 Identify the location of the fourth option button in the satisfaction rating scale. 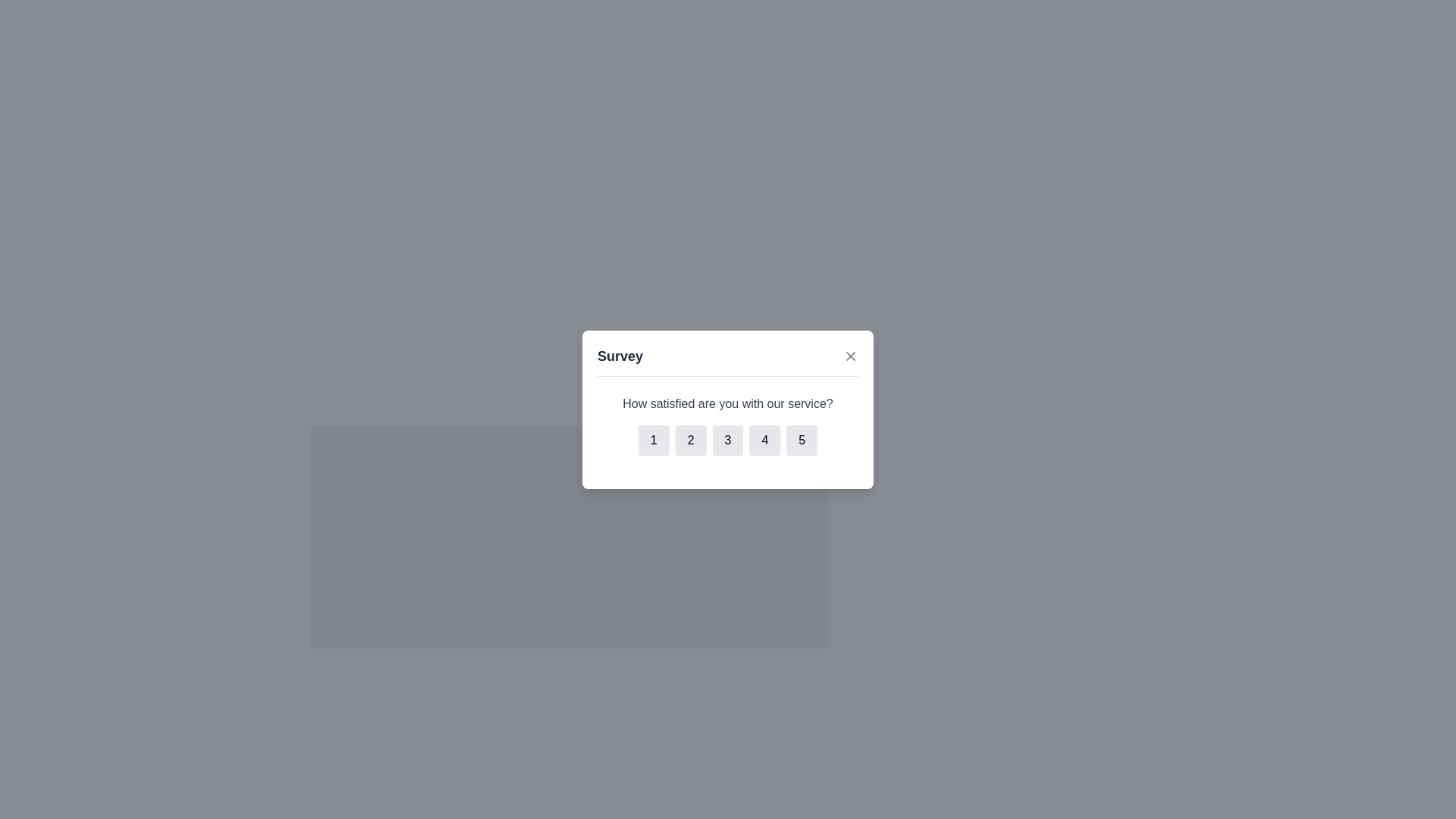
(764, 440).